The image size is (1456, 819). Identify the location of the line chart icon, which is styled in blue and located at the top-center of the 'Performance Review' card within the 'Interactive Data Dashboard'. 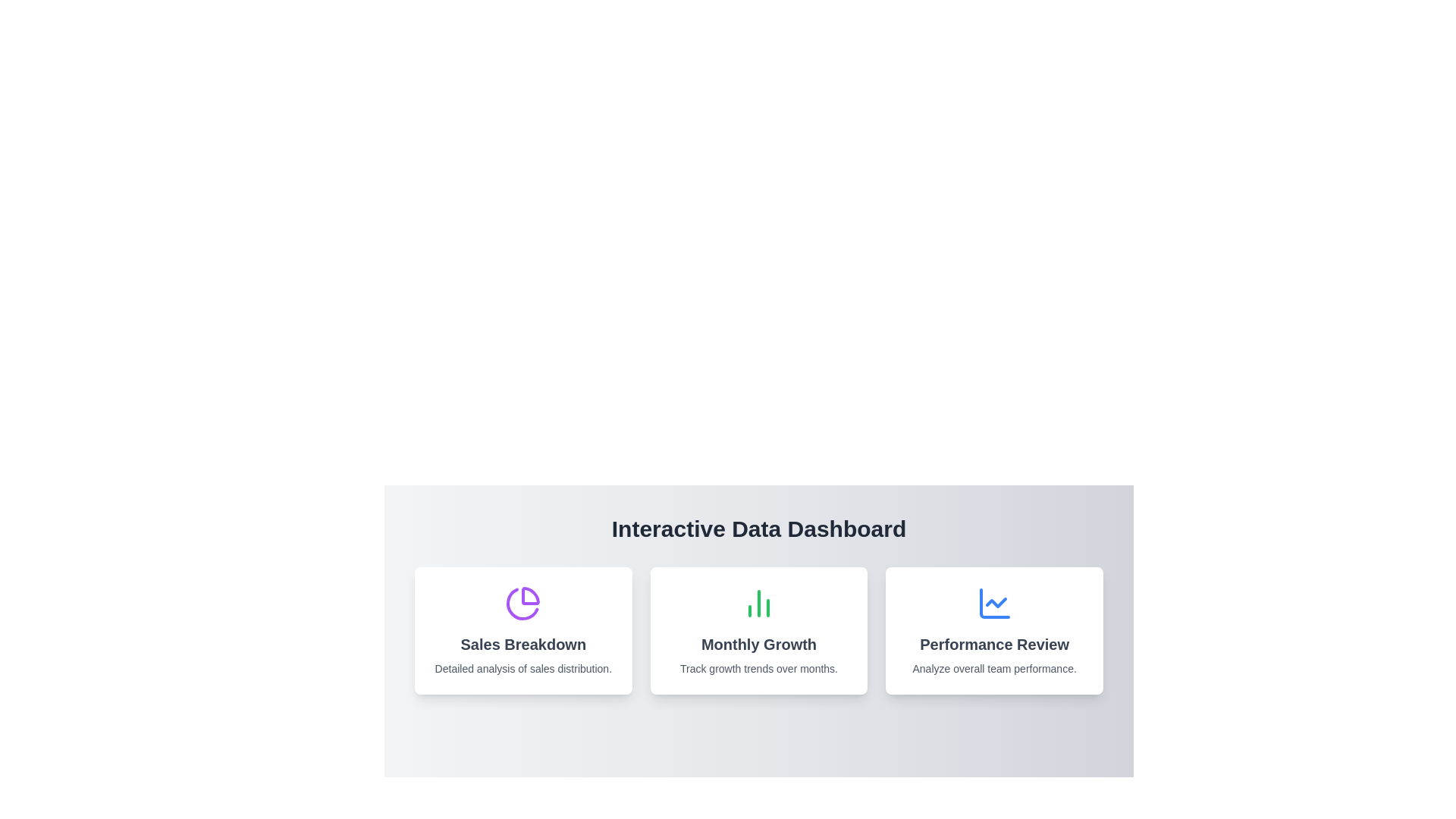
(994, 602).